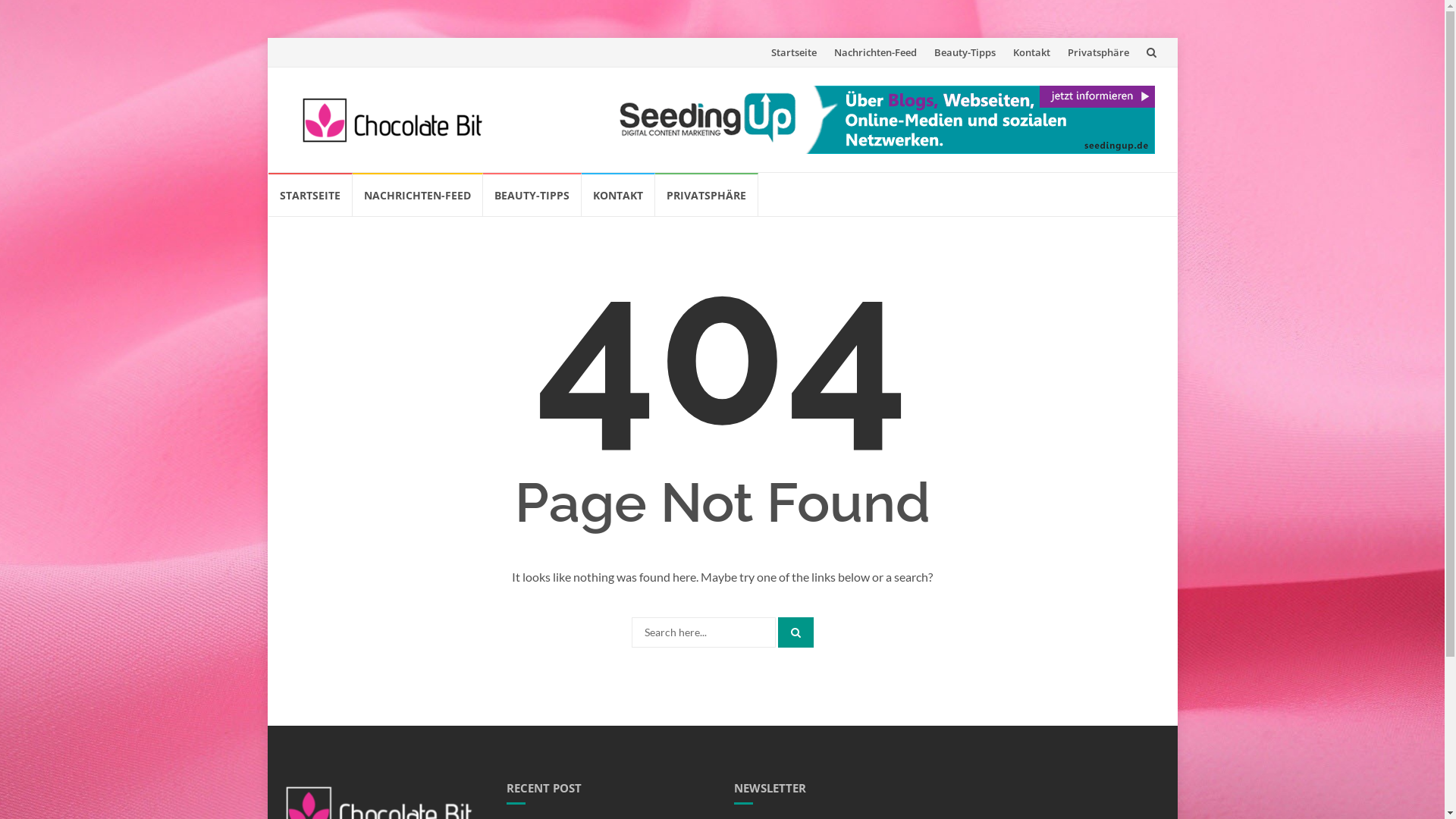  I want to click on 'Nachrichten-Feed', so click(875, 52).